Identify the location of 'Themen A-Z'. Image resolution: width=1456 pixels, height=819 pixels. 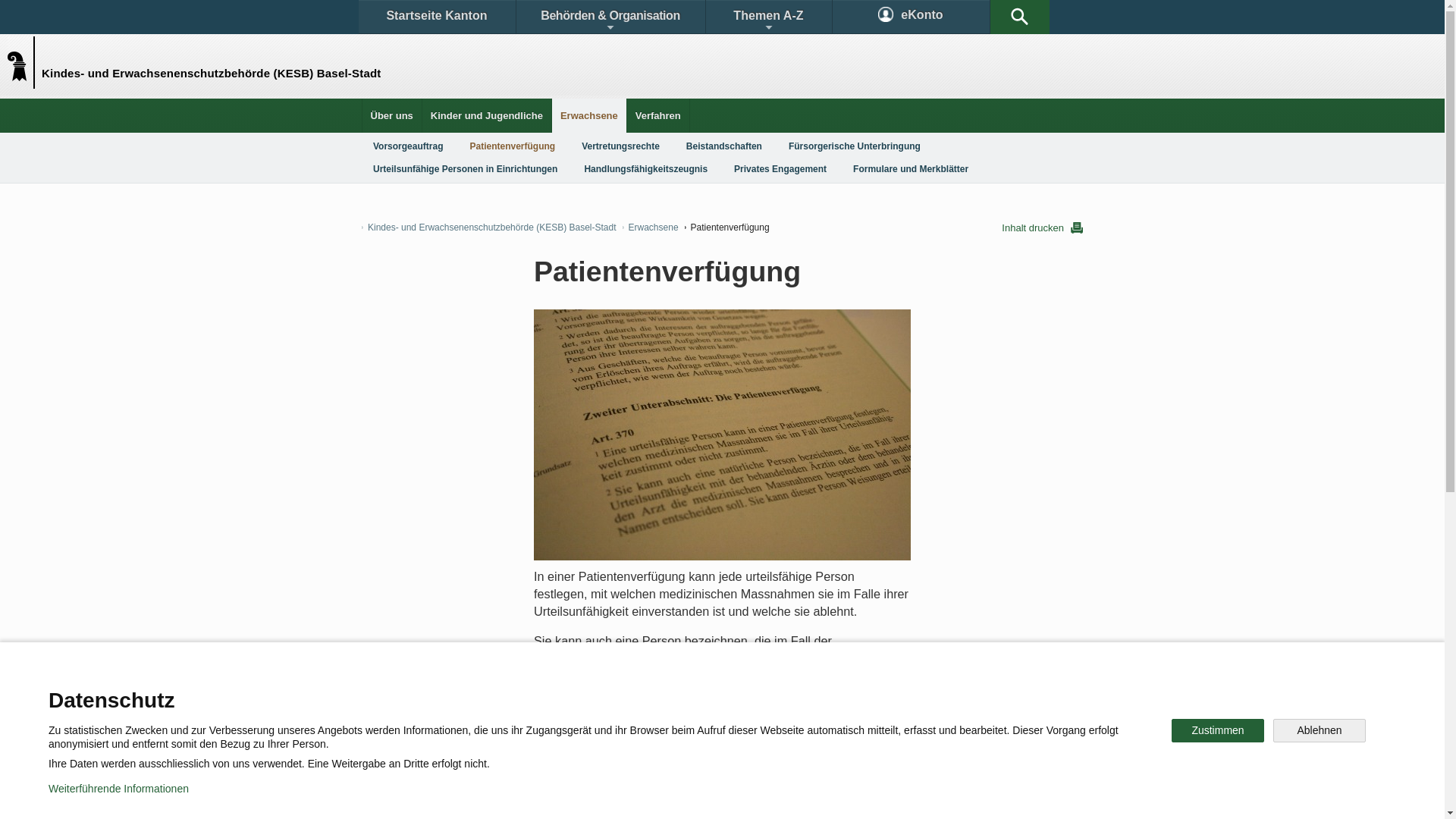
(767, 17).